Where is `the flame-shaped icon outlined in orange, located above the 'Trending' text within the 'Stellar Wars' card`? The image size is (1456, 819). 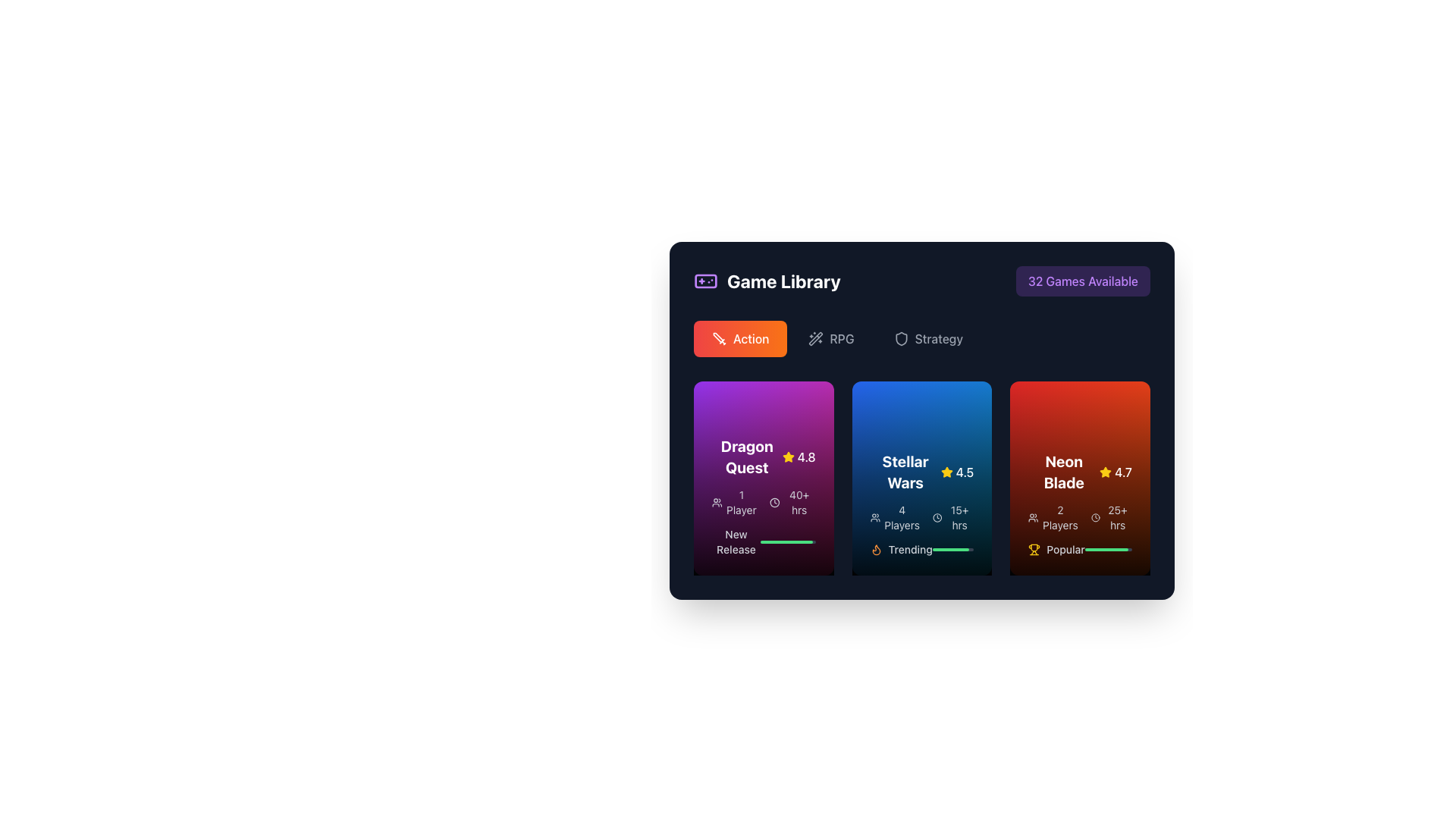 the flame-shaped icon outlined in orange, located above the 'Trending' text within the 'Stellar Wars' card is located at coordinates (876, 550).